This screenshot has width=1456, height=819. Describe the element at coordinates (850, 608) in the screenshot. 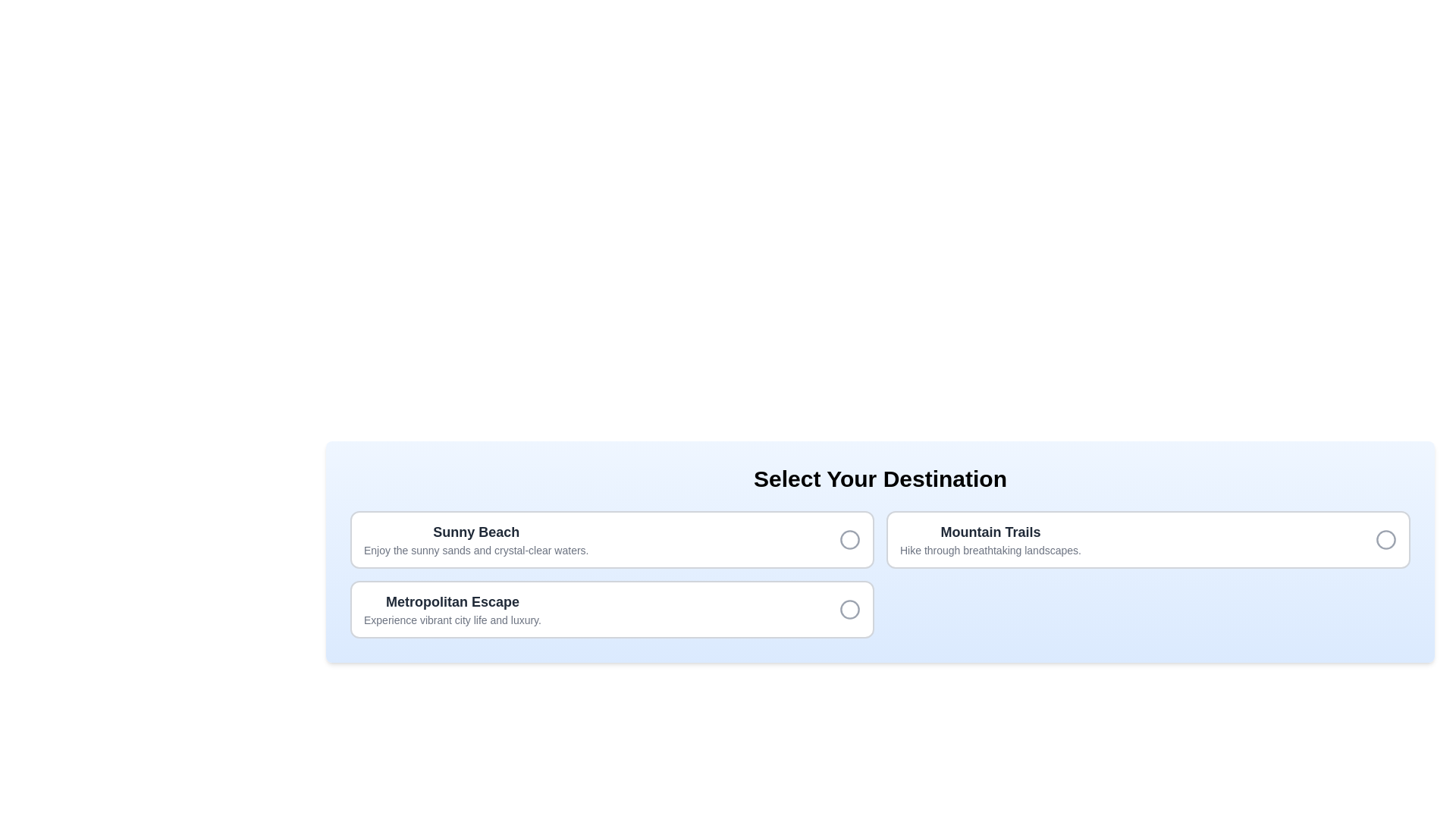

I see `the small circular radio button located to the right of the 'Metropolitan Escape' destination option` at that location.